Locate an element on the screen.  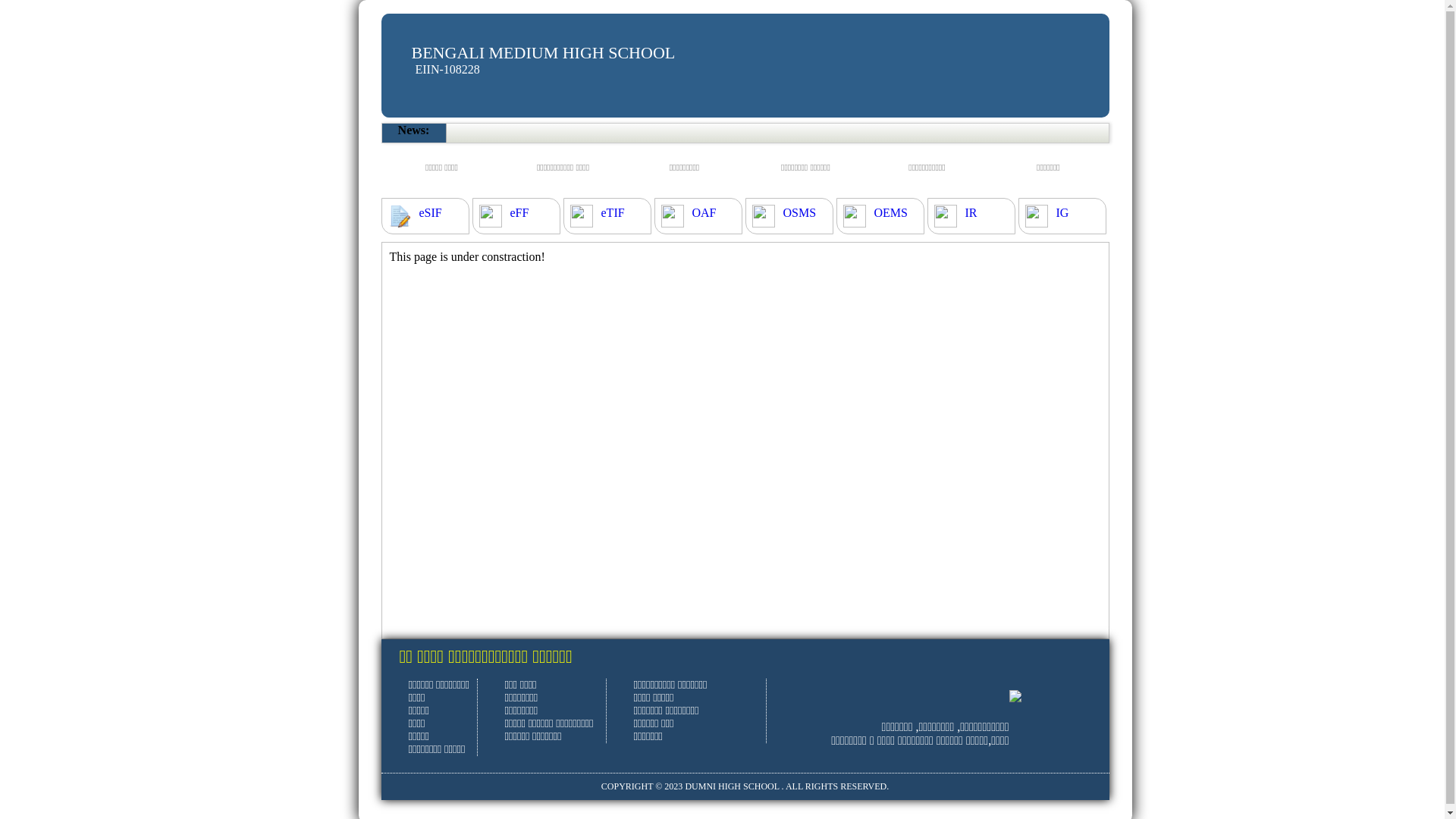
'OSMS' is located at coordinates (799, 213).